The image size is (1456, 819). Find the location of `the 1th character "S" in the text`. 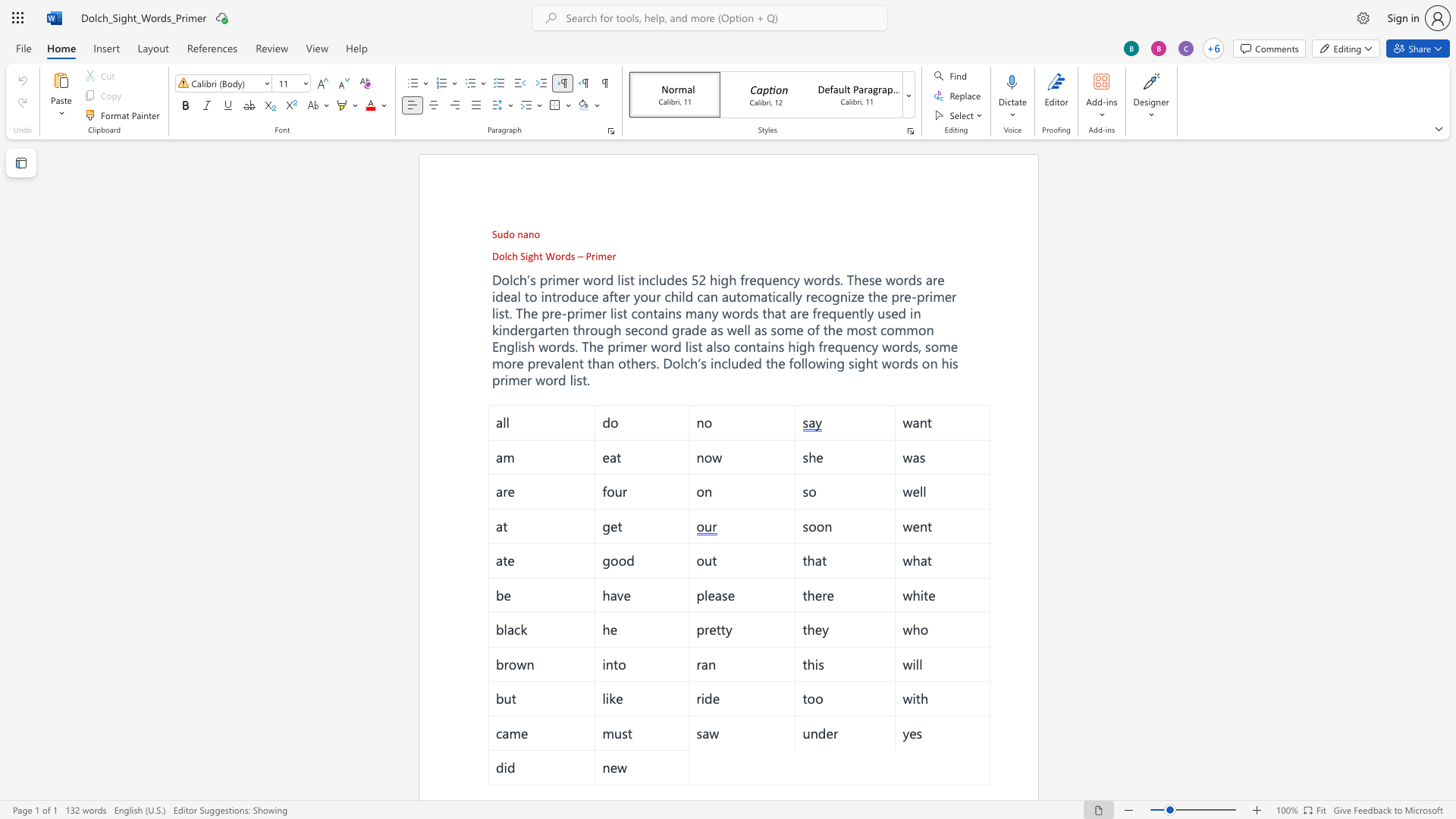

the 1th character "S" in the text is located at coordinates (522, 256).